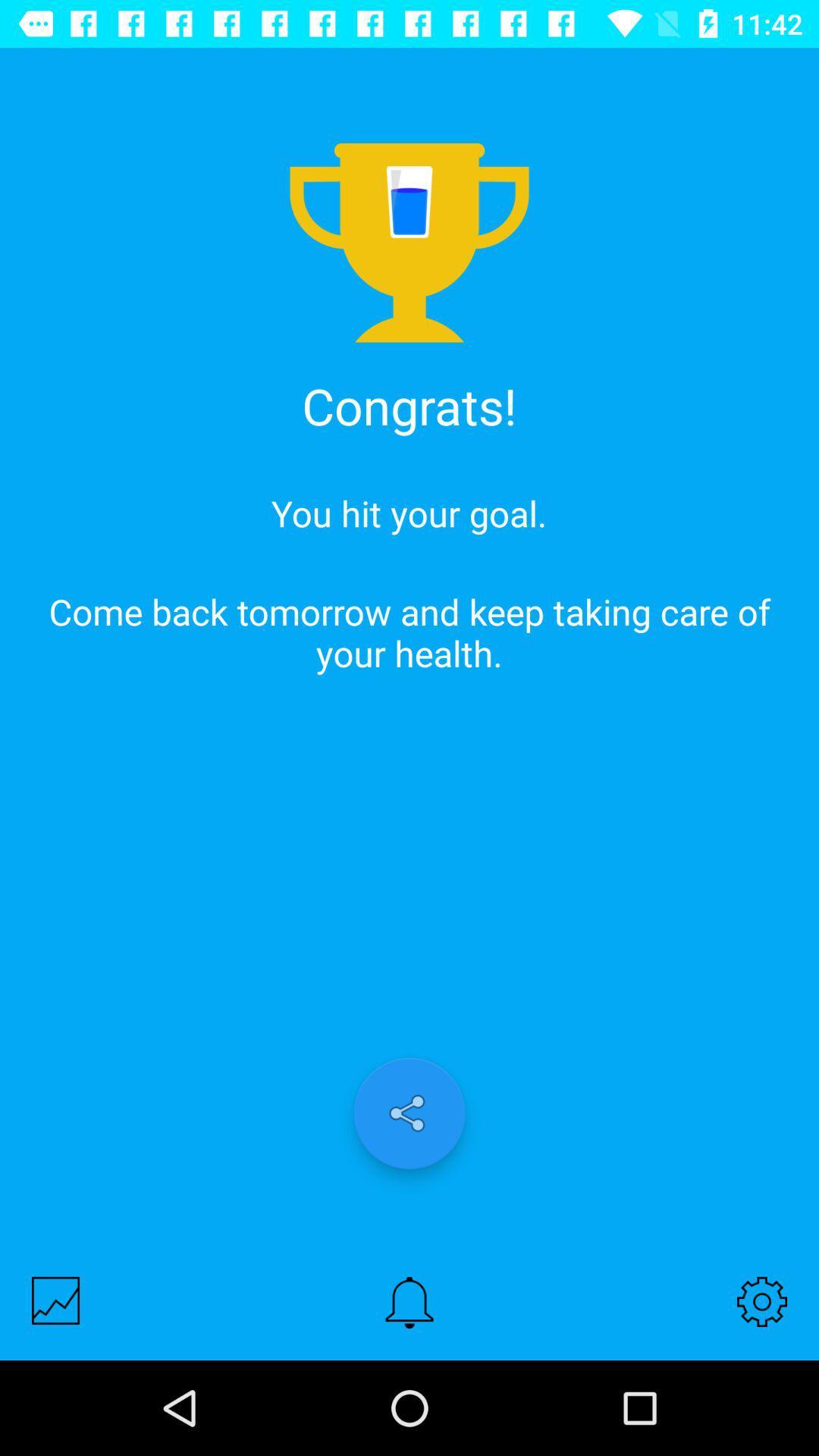 The width and height of the screenshot is (819, 1456). I want to click on notification option, so click(409, 1301).